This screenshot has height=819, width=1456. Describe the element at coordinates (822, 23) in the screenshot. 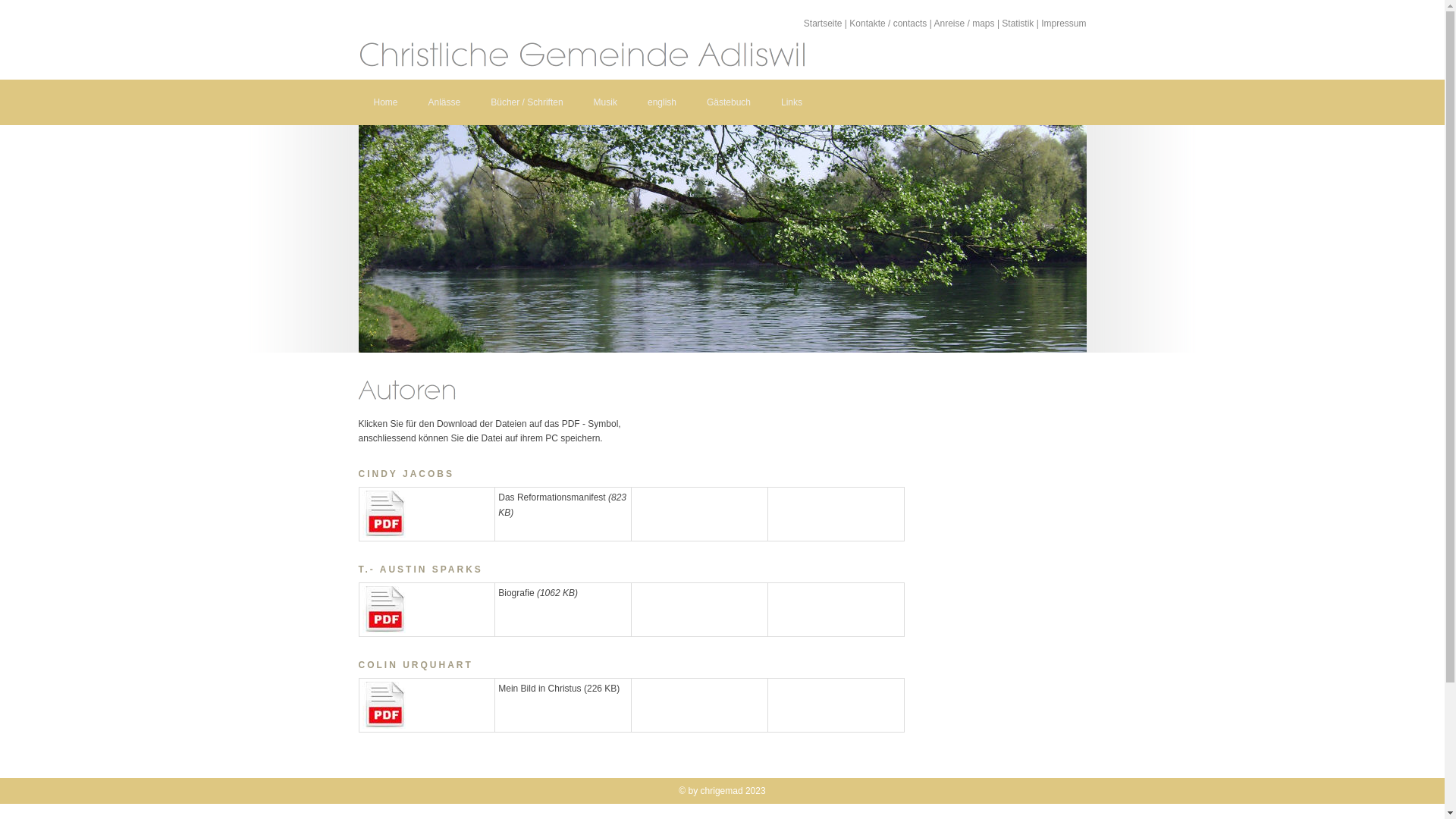

I see `'Startseite'` at that location.